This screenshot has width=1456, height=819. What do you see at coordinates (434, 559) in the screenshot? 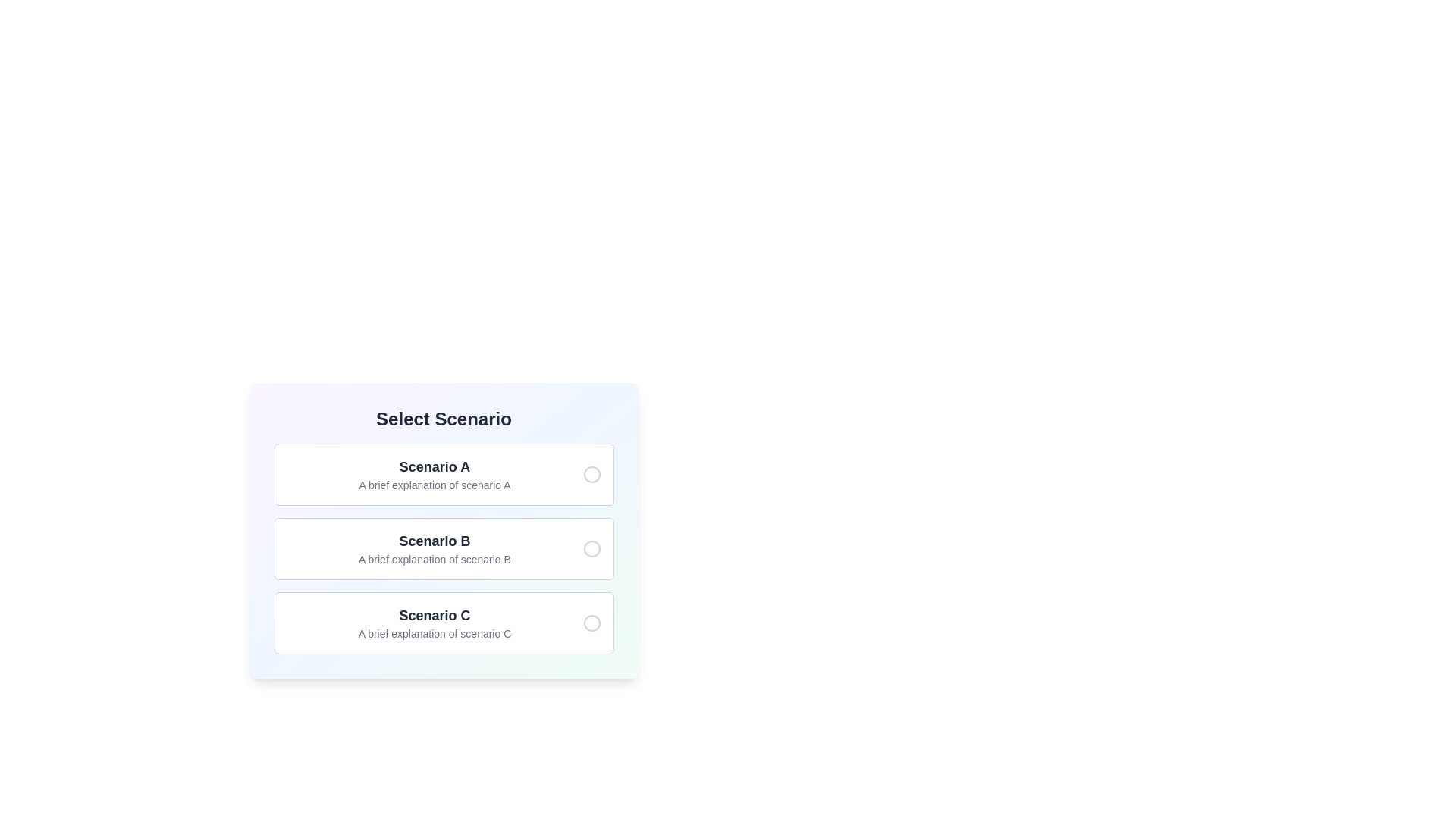
I see `the text label displaying 'A brief explanation of scenario B', located below the title 'Scenario B' in the list of scenarios` at bounding box center [434, 559].